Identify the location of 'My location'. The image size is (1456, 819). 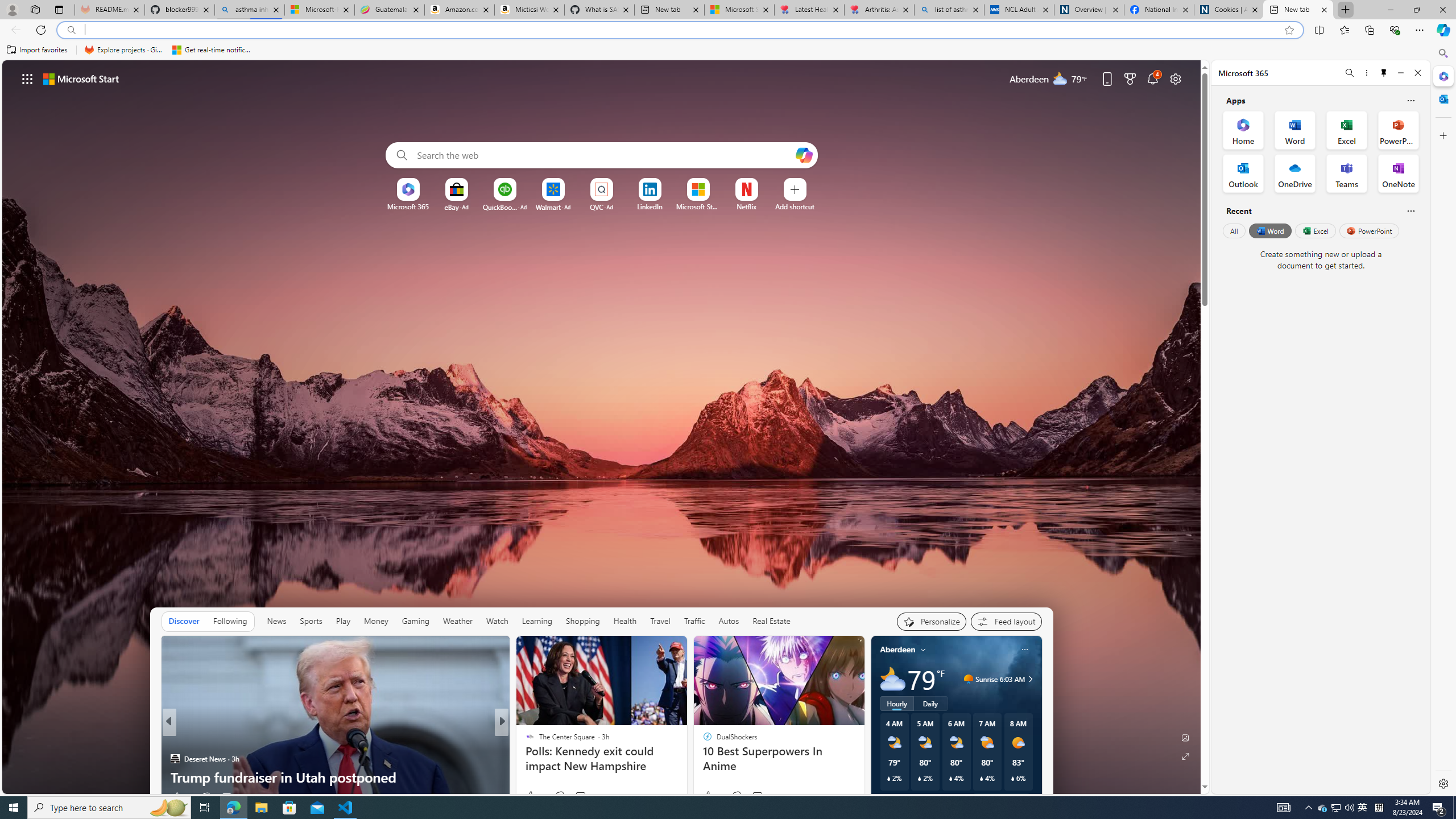
(923, 649).